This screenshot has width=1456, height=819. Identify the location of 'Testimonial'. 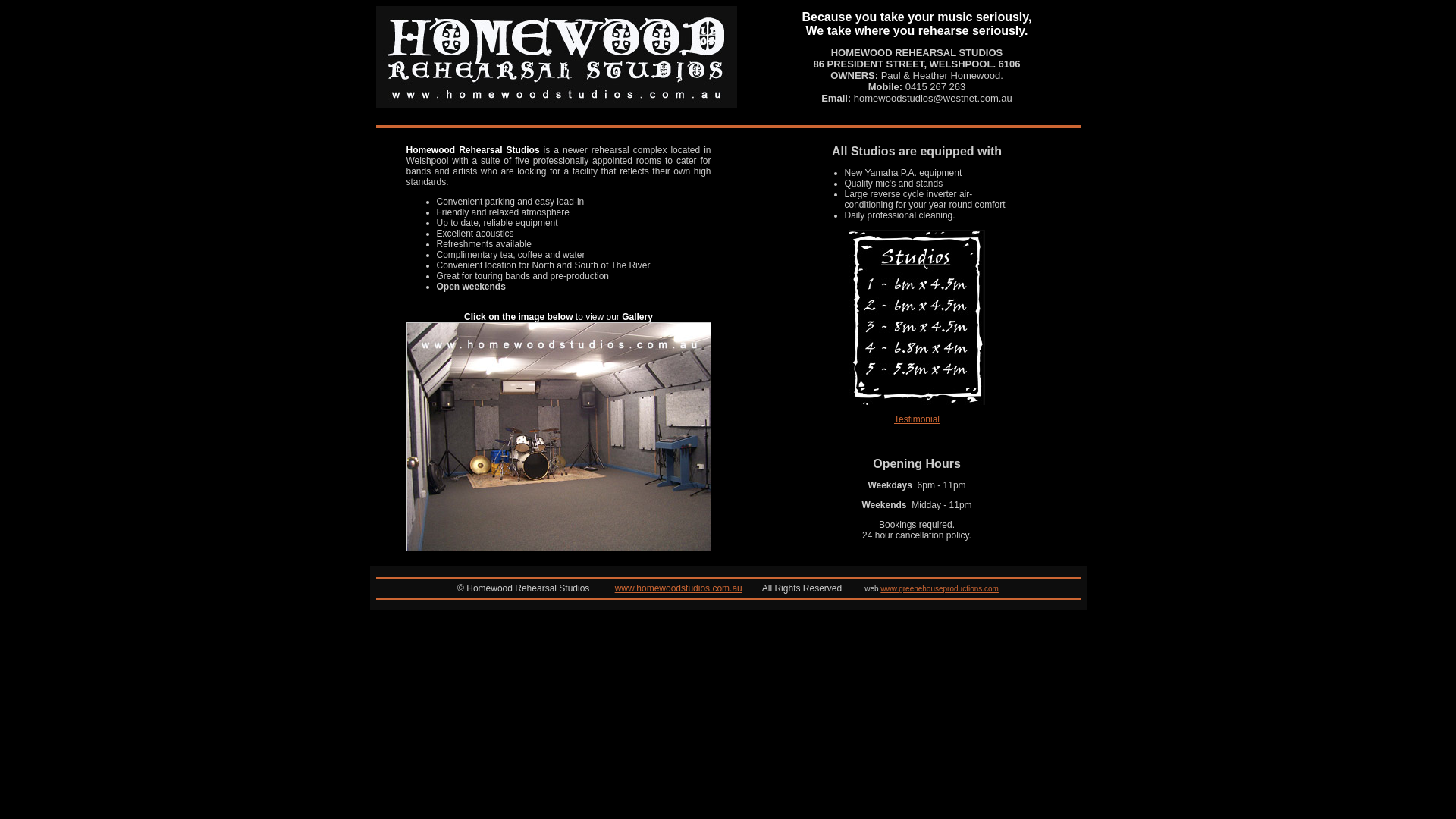
(894, 419).